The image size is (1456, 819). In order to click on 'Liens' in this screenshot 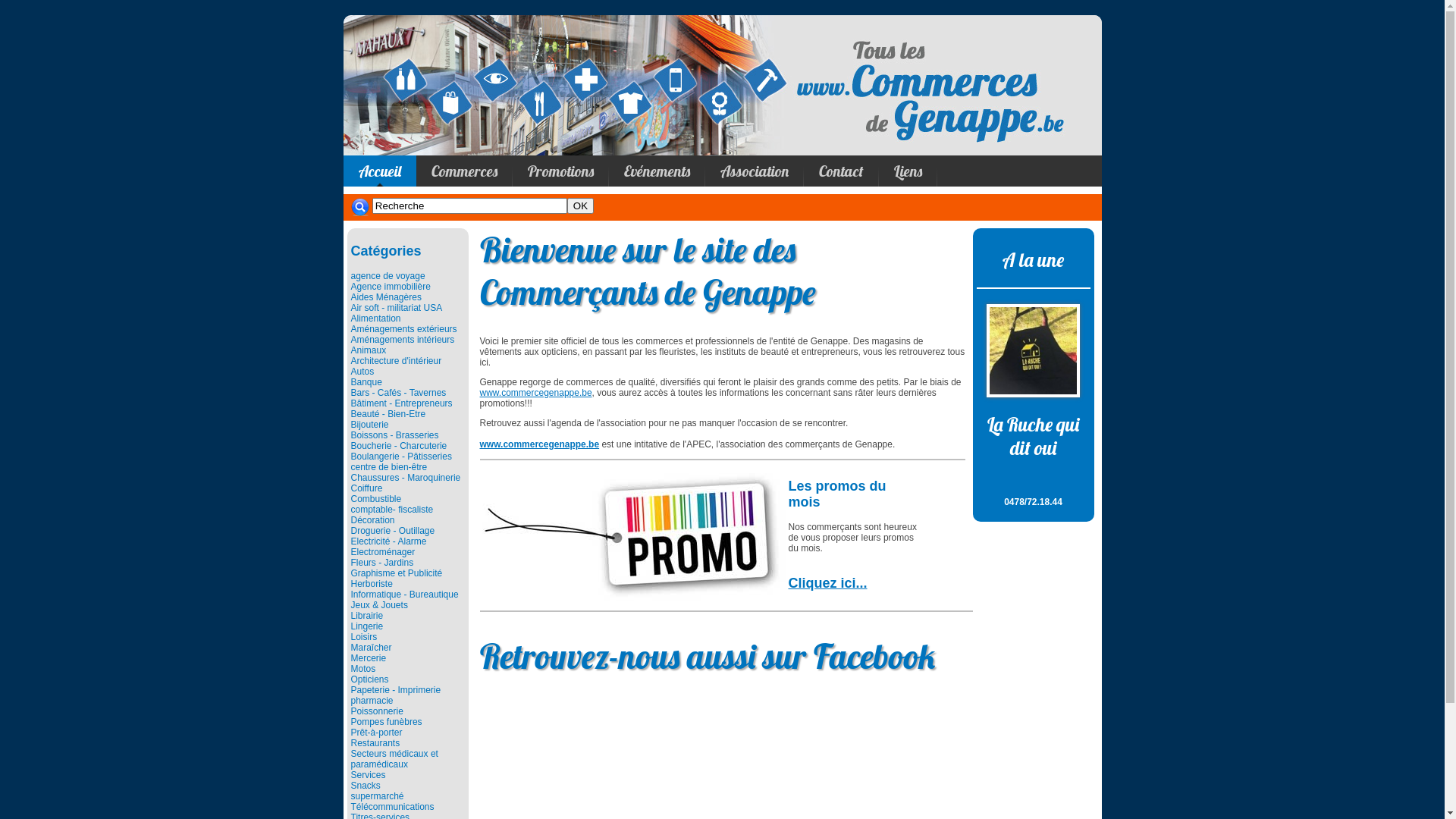, I will do `click(877, 171)`.